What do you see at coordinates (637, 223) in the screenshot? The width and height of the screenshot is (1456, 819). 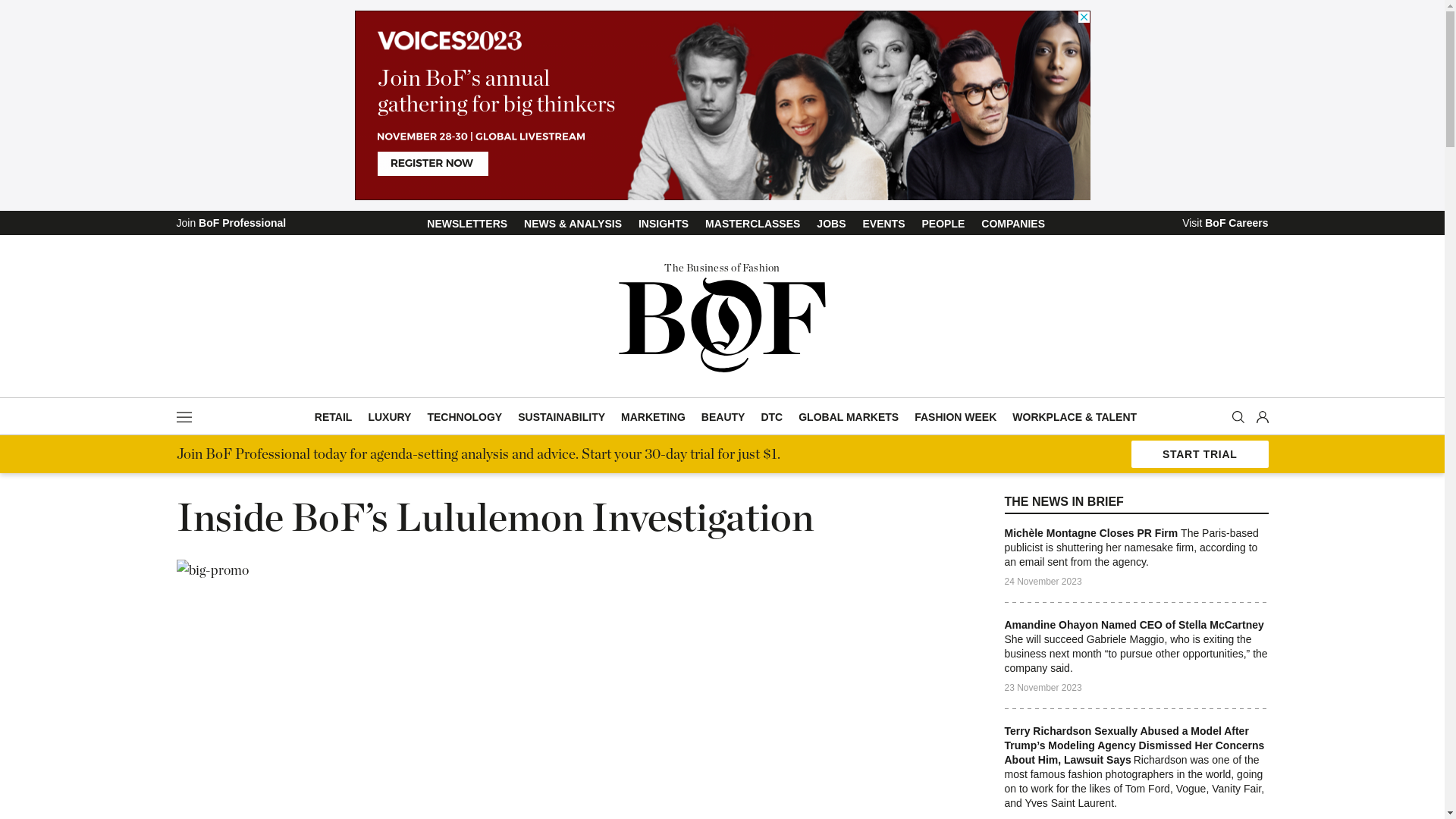 I see `'INSIGHTS'` at bounding box center [637, 223].